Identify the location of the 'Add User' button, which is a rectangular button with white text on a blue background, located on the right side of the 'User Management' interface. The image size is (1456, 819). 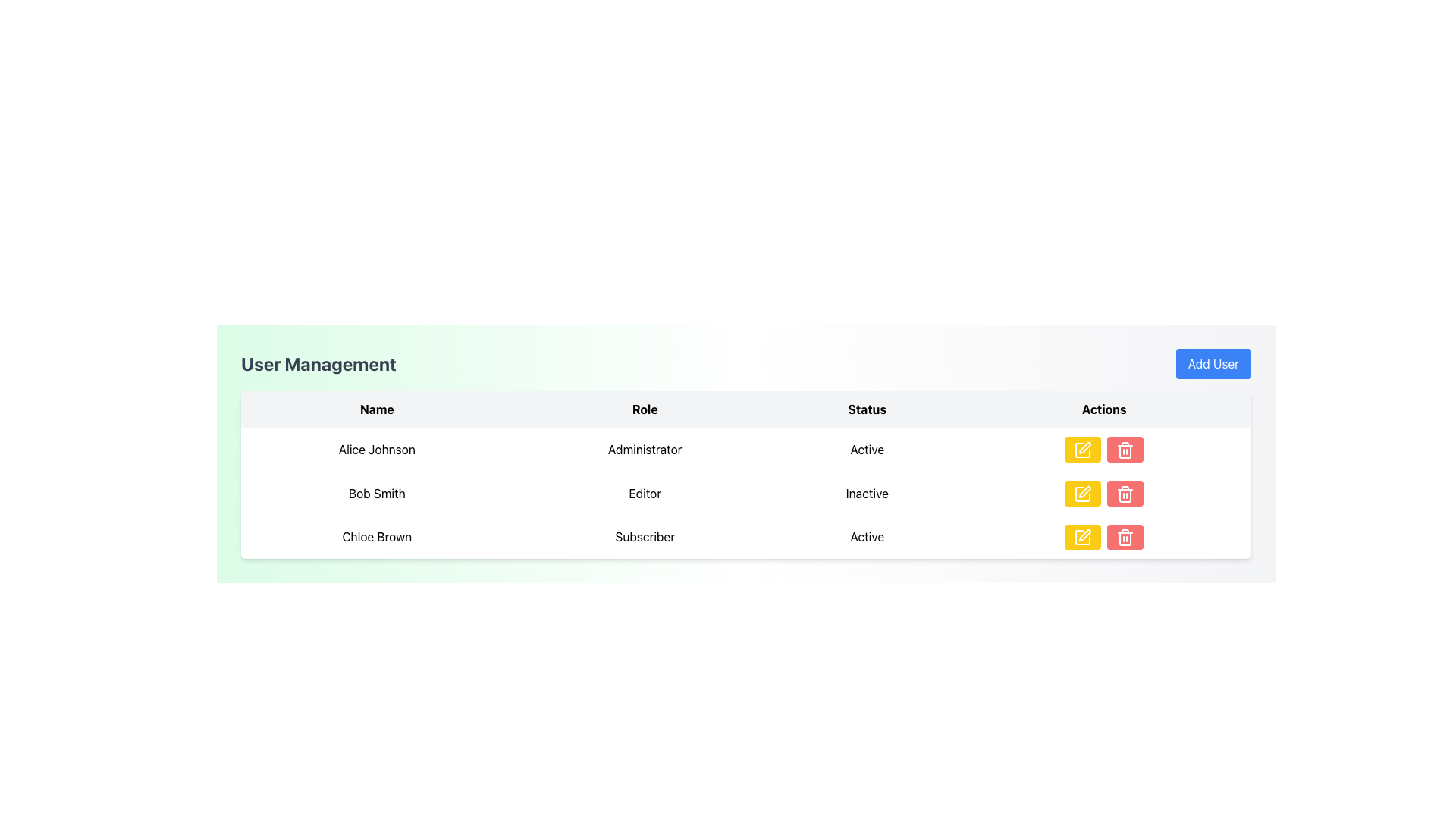
(1212, 363).